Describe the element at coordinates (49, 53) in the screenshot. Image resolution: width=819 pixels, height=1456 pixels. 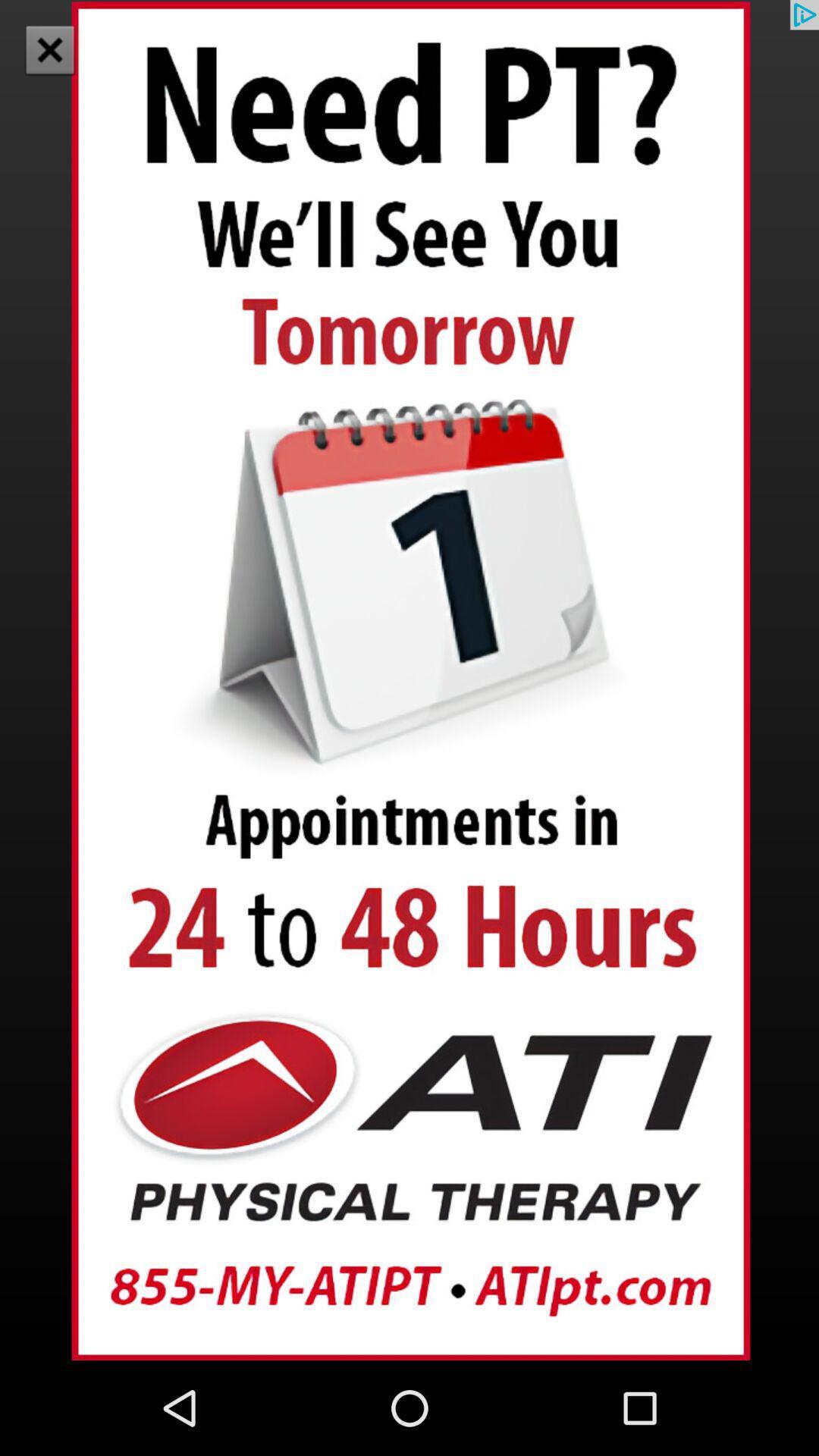
I see `the close icon` at that location.